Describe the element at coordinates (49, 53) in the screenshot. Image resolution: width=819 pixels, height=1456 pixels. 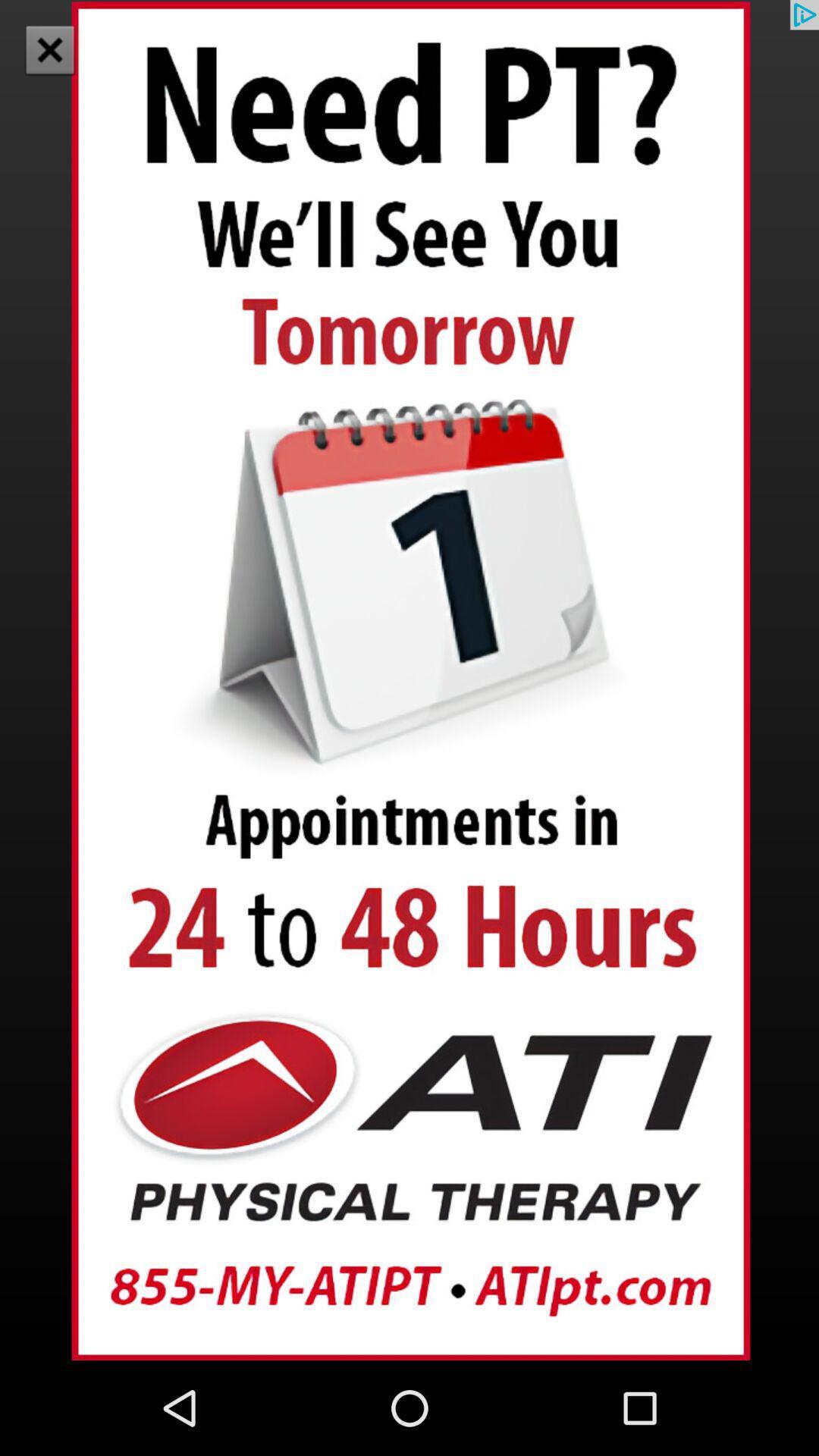
I see `the close icon` at that location.